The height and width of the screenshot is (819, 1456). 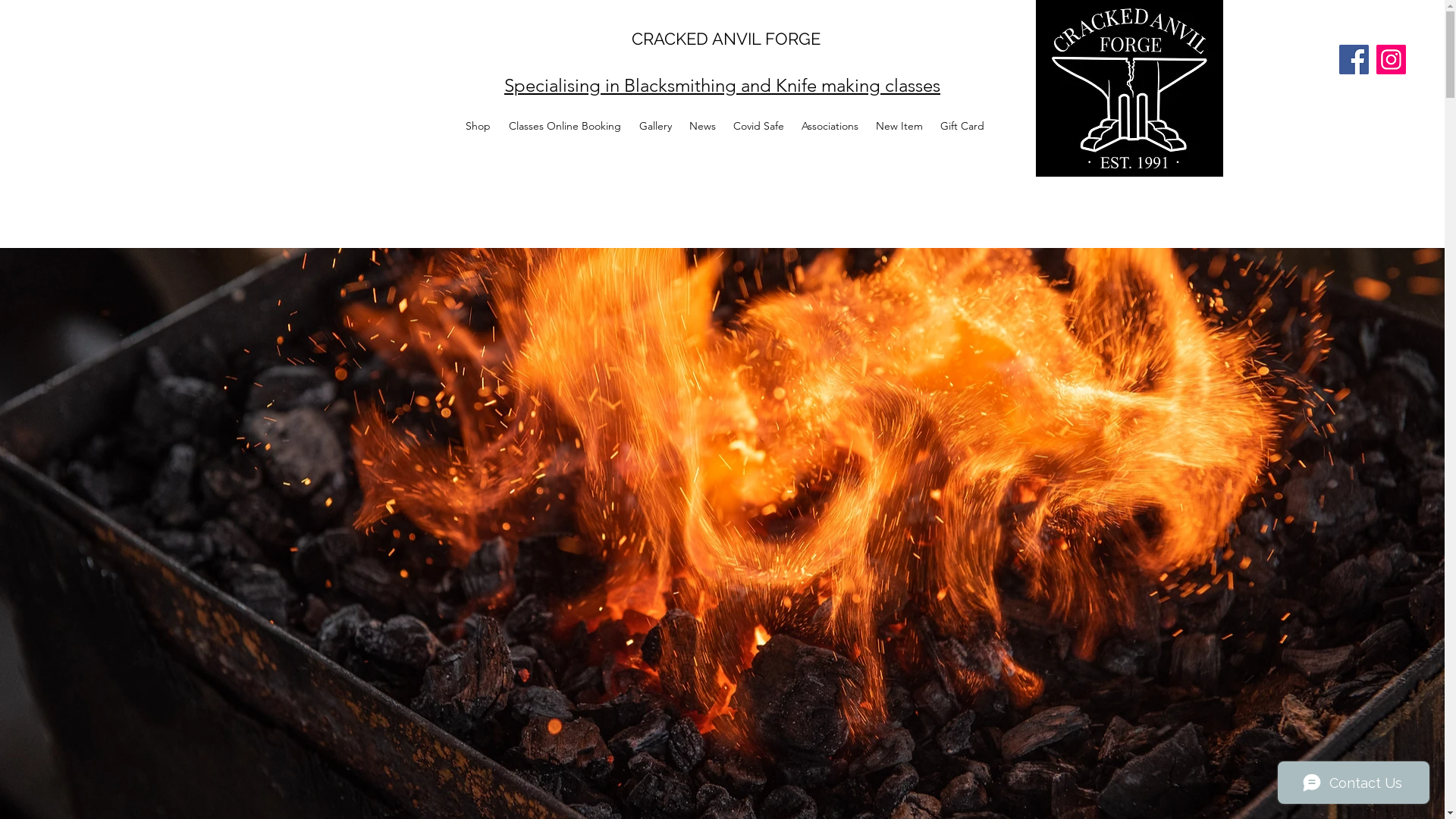 What do you see at coordinates (563, 124) in the screenshot?
I see `'Classes Online Booking'` at bounding box center [563, 124].